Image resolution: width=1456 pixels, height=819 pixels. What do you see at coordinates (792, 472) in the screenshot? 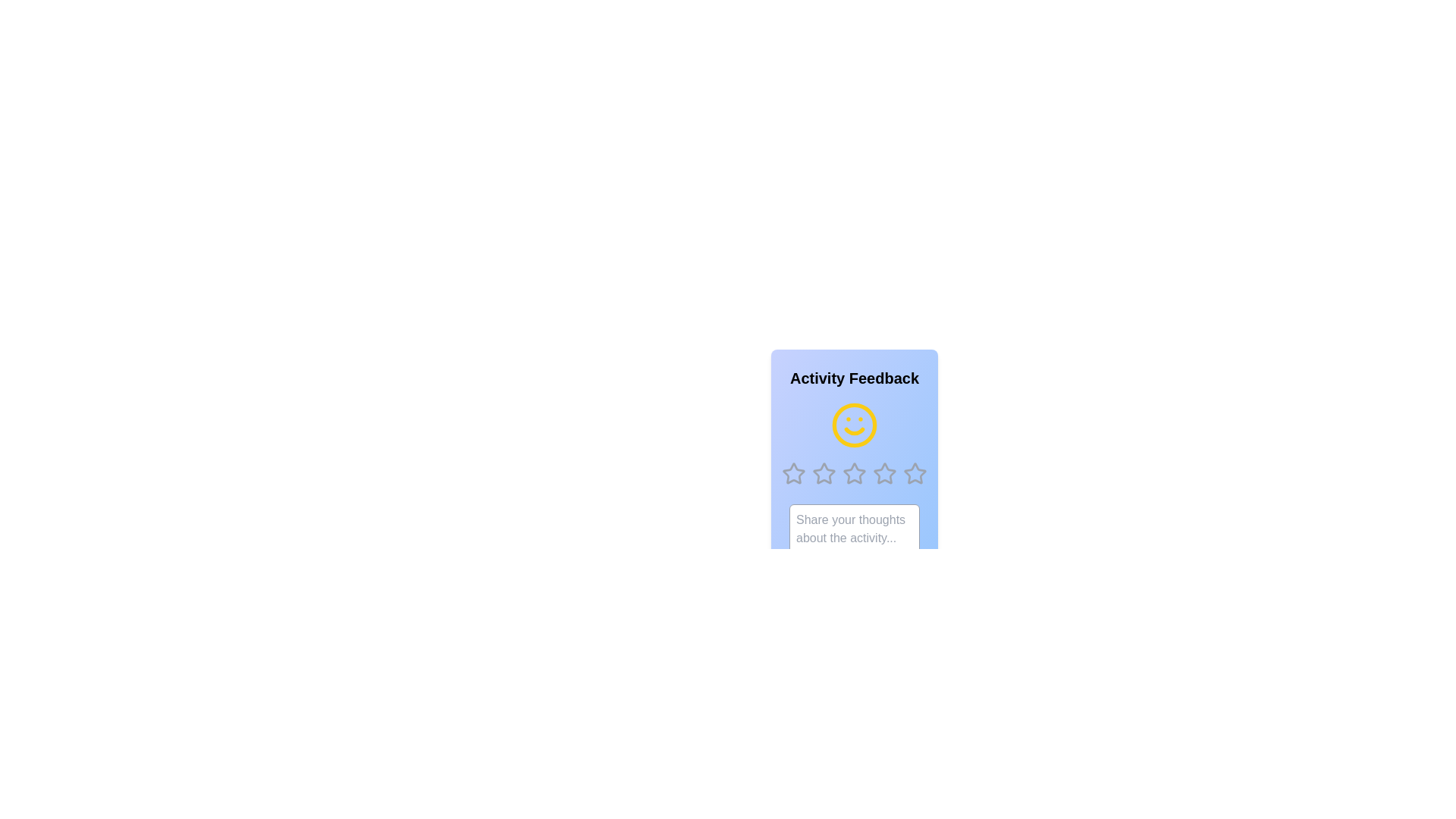
I see `first star icon in the rating system for accessibility purposes` at bounding box center [792, 472].